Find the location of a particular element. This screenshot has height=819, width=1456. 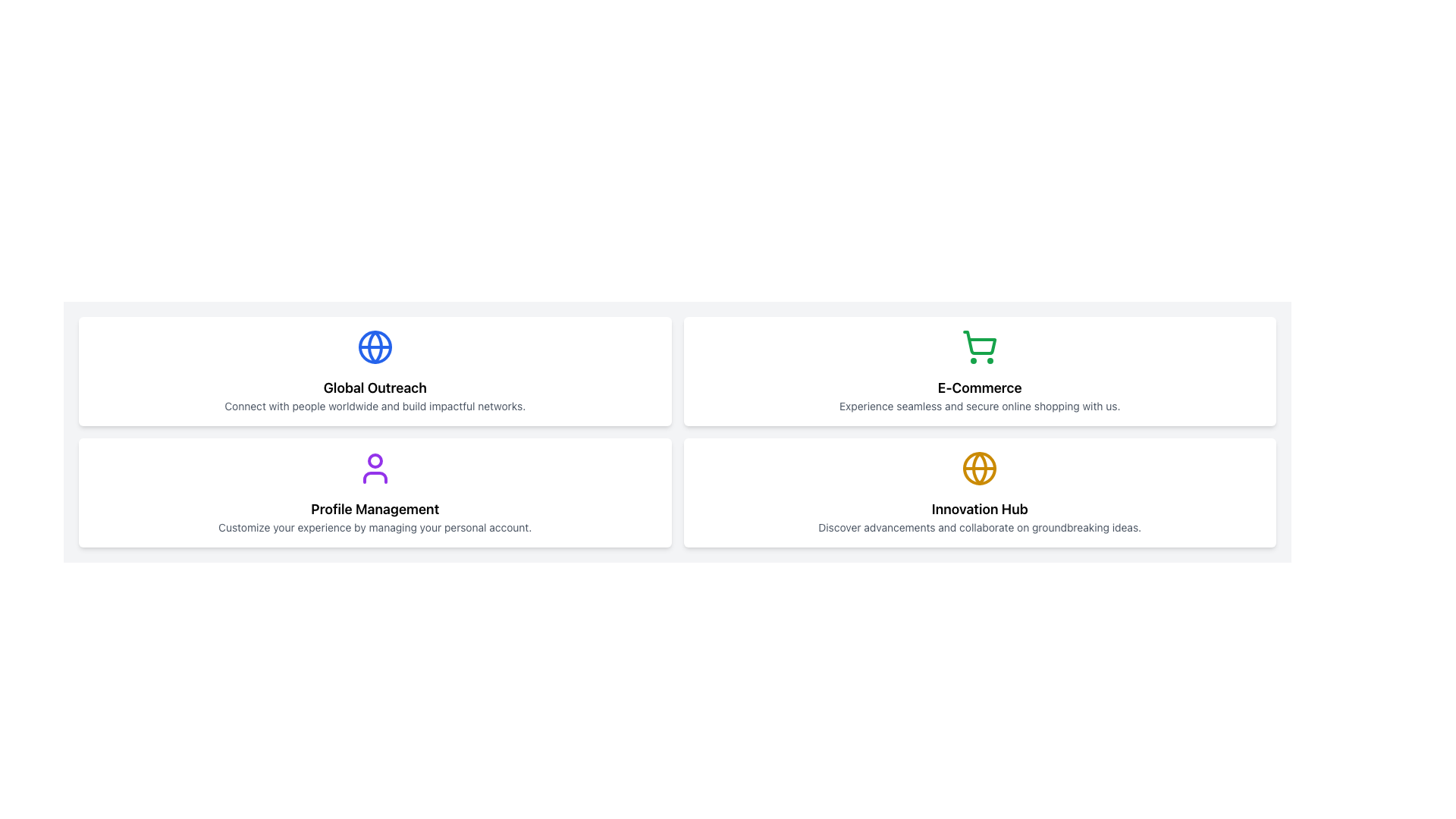

the globe icon at the center of the card titled 'Global Outreach' is located at coordinates (375, 347).